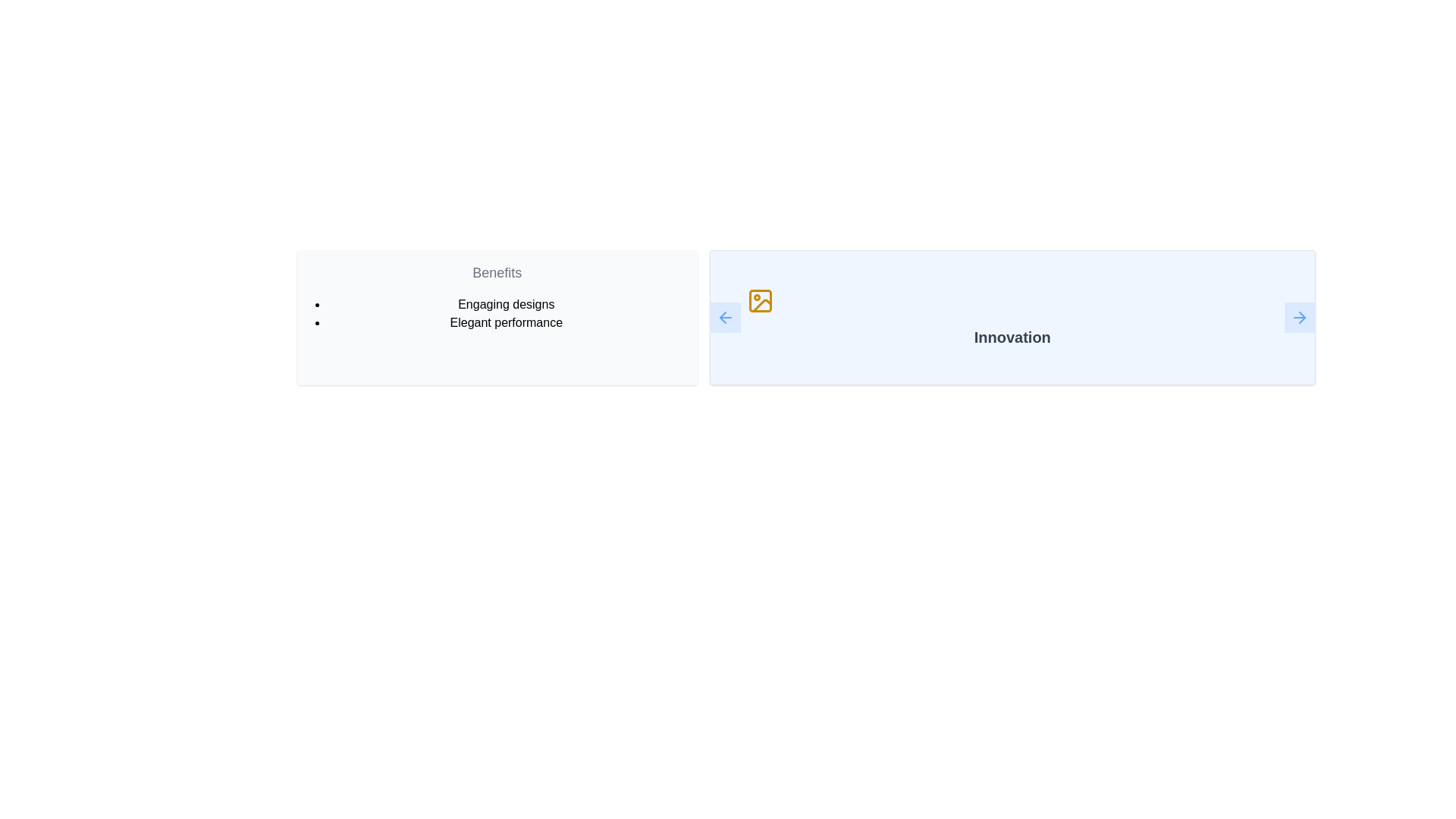 This screenshot has width=1456, height=819. I want to click on the 'Innovation' section icon, which visually represents an image or illustration associated with the section, located centered above the text, so click(760, 301).